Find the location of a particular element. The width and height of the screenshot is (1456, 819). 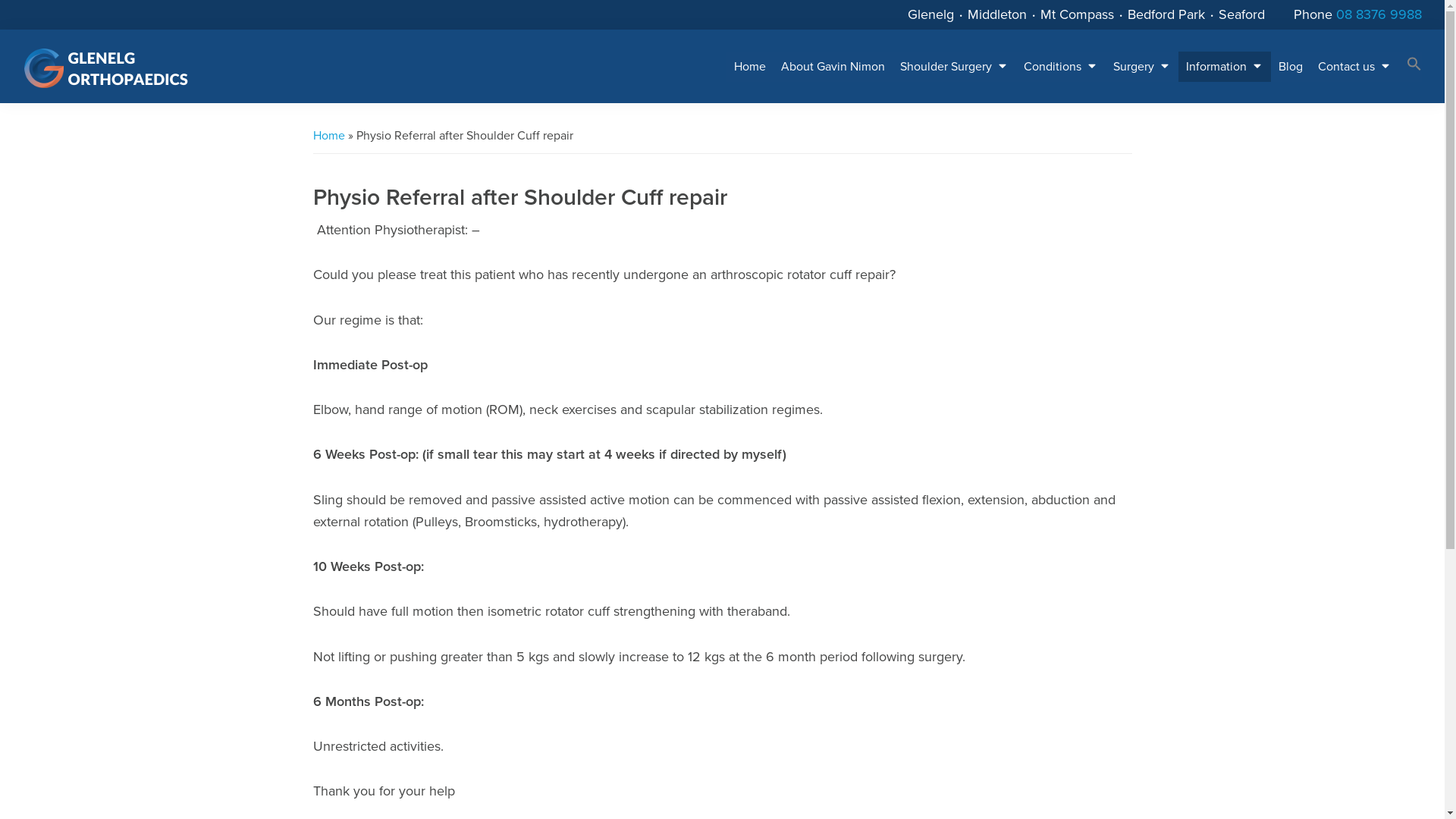

'Contact us' is located at coordinates (1354, 66).